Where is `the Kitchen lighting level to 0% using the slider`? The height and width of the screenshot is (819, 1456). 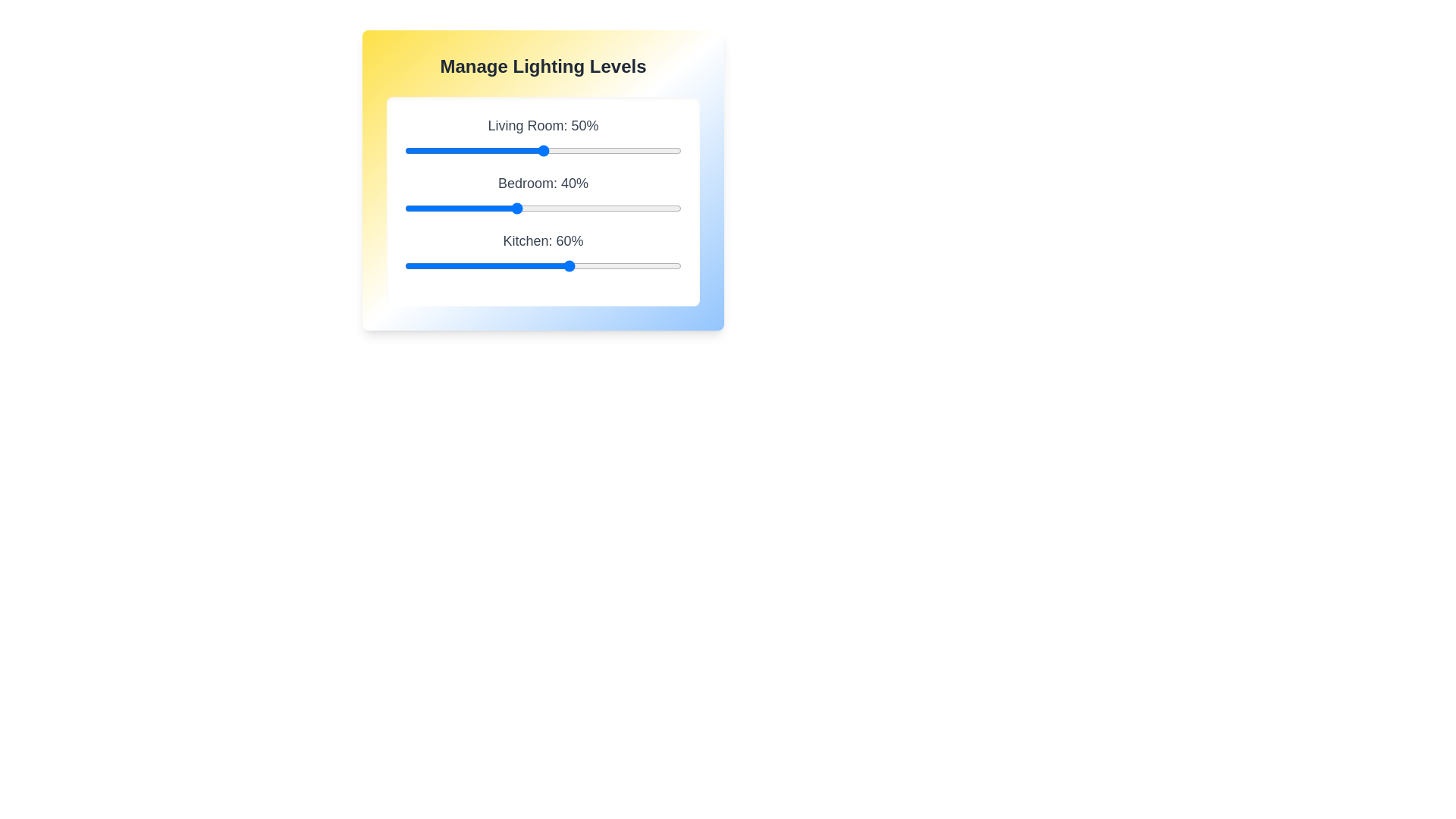
the Kitchen lighting level to 0% using the slider is located at coordinates (404, 265).